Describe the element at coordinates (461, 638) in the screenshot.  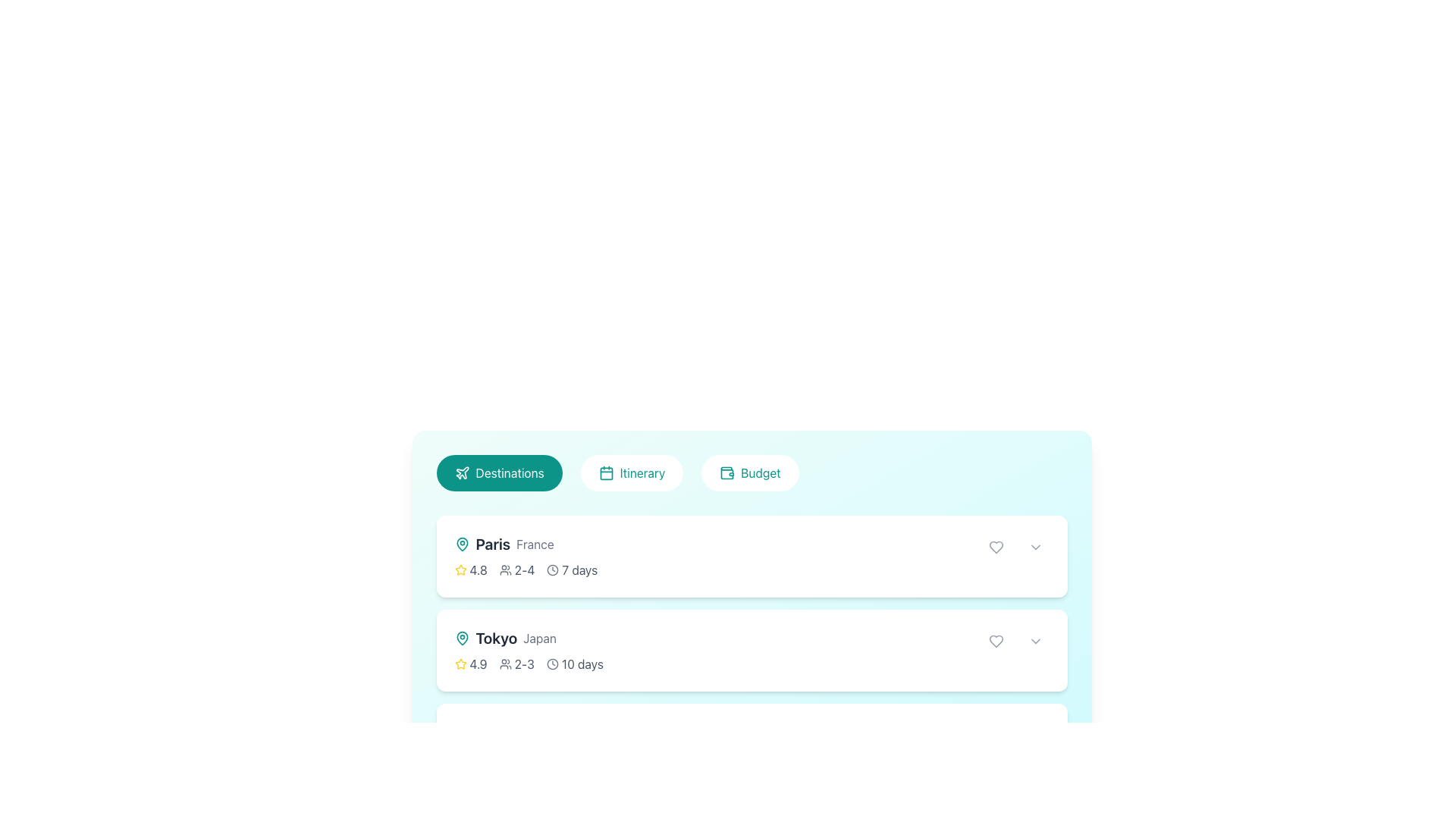
I see `the location marker icon in the Destinations section, which is positioned to the left of the 'Tokyo' label and above 'Japan'` at that location.